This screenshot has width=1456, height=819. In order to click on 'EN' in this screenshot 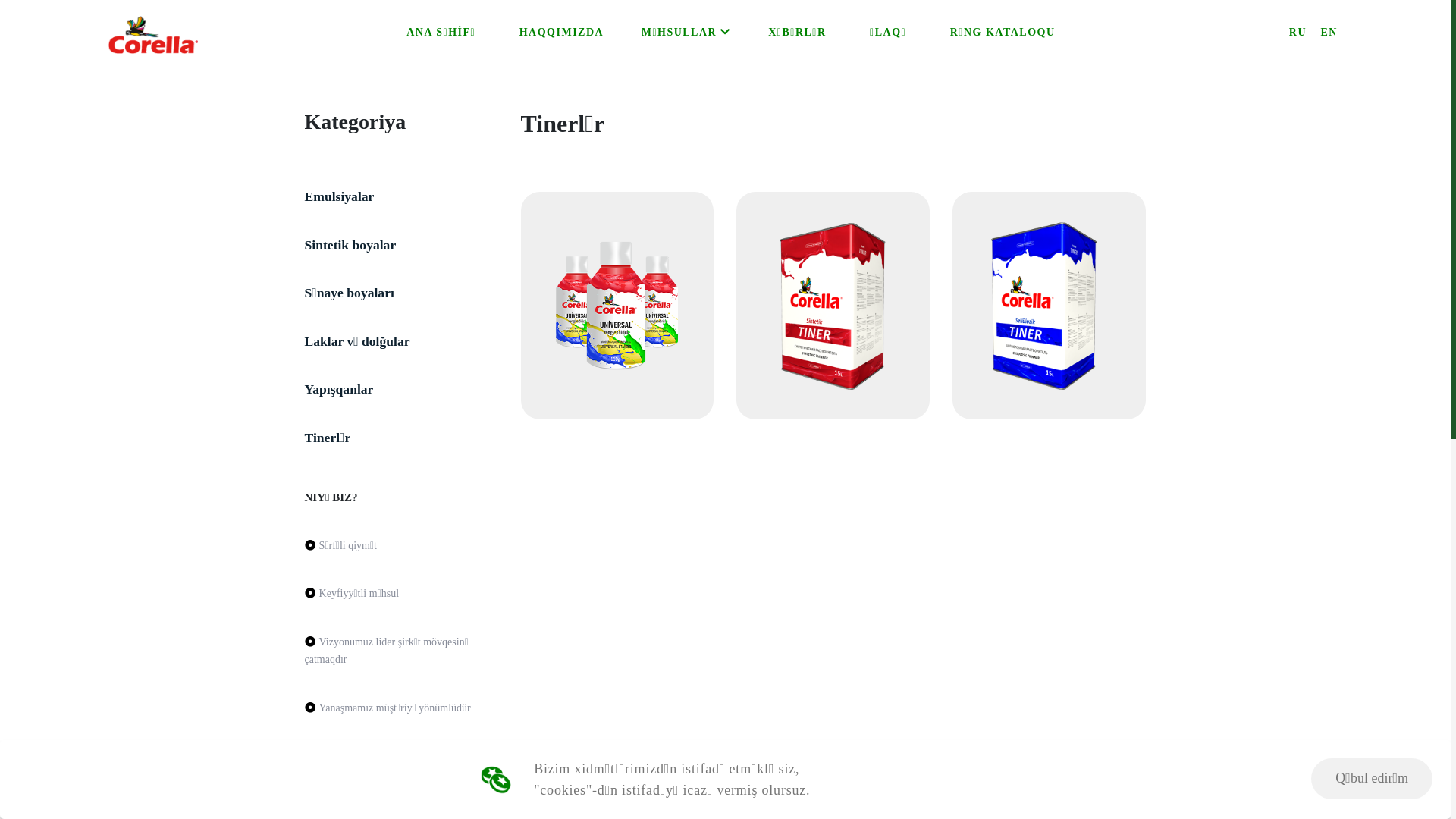, I will do `click(1328, 33)`.